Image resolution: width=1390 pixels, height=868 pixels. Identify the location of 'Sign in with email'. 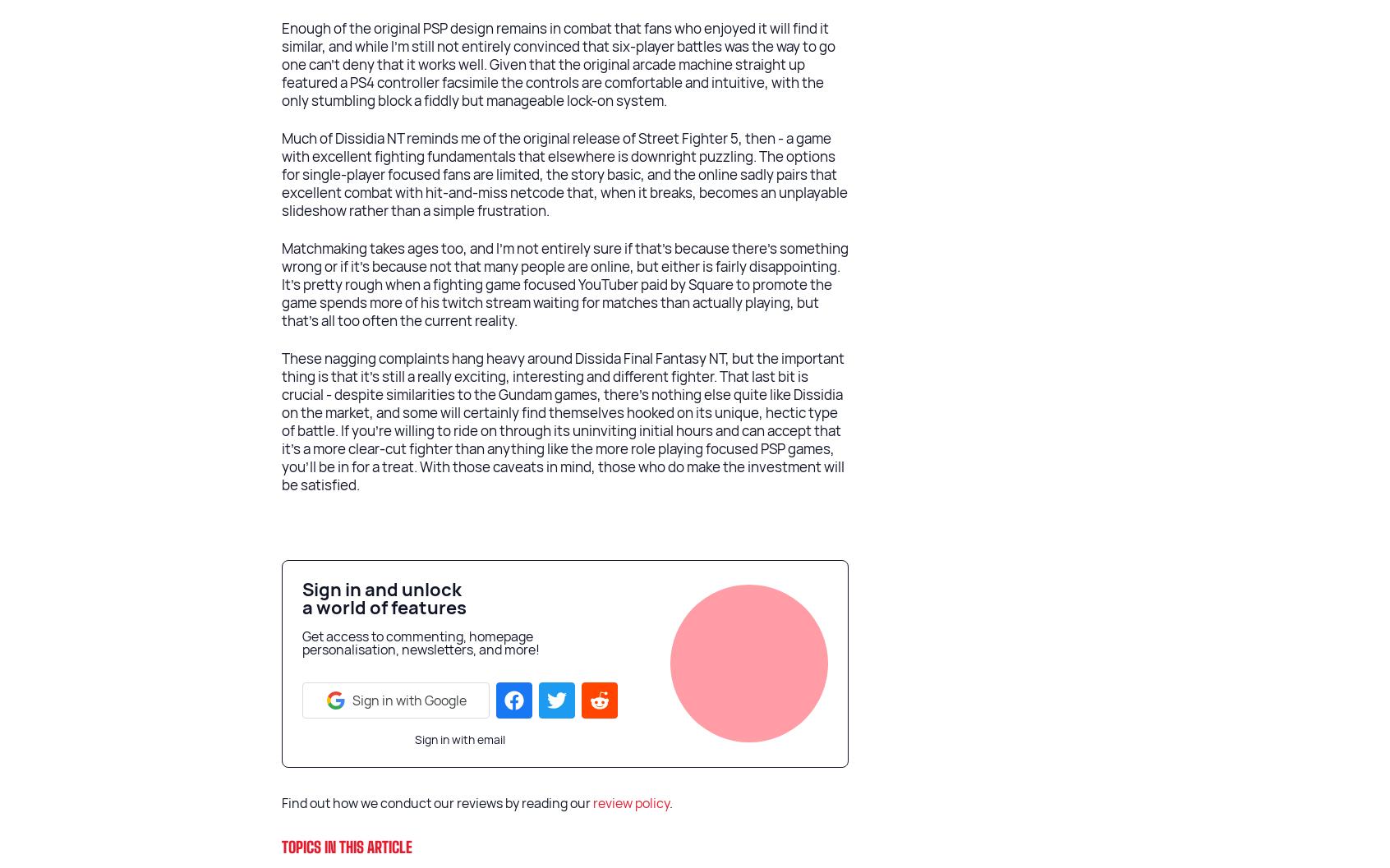
(460, 737).